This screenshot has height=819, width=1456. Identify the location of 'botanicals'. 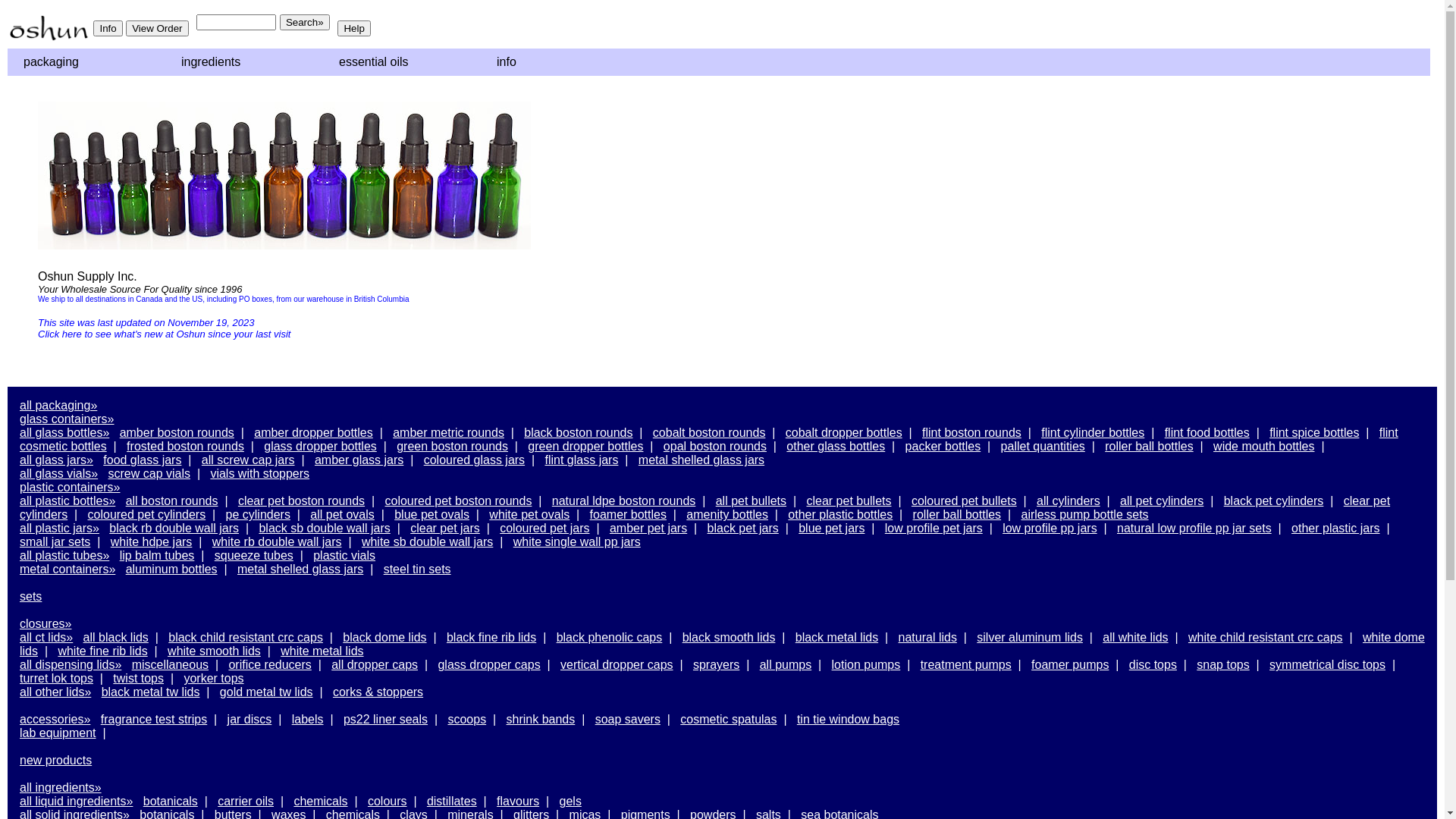
(171, 800).